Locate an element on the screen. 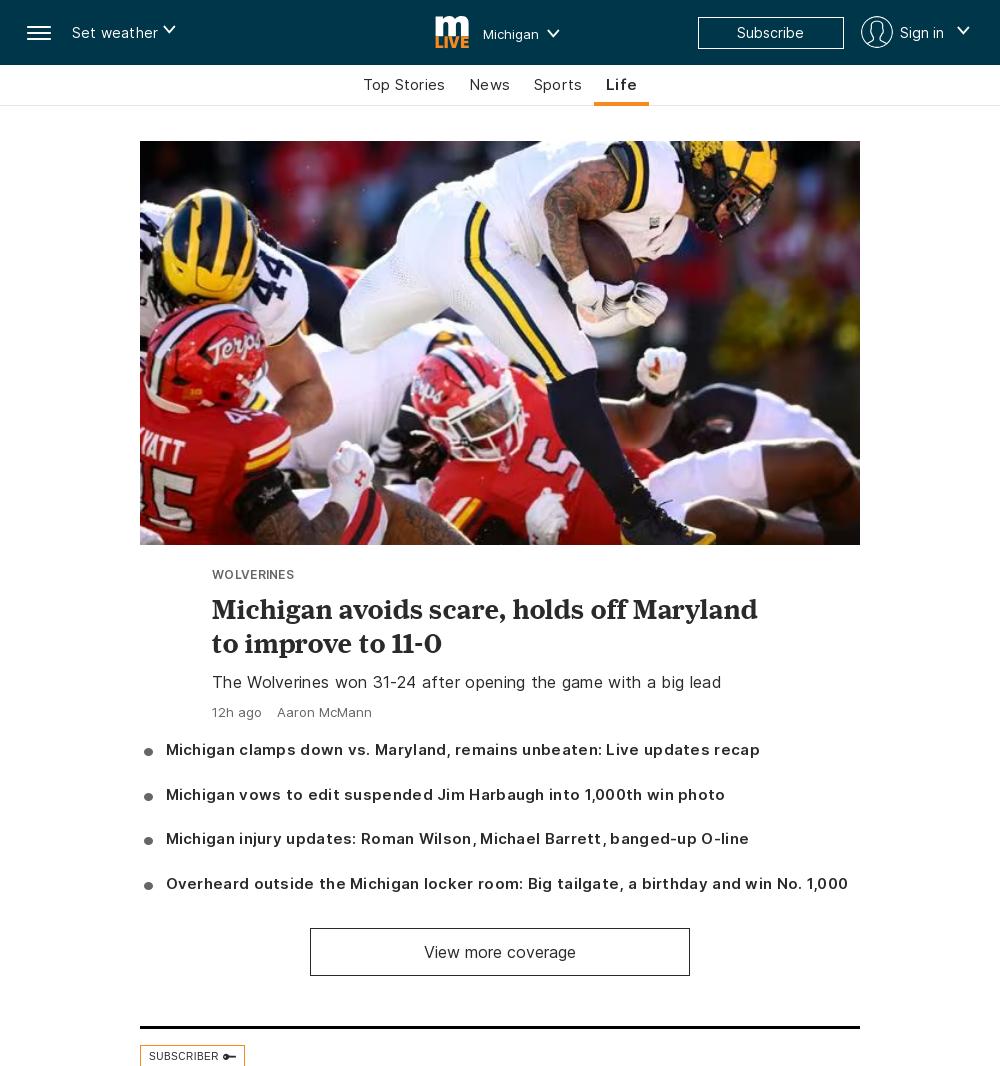  'Subscriber' is located at coordinates (184, 1056).